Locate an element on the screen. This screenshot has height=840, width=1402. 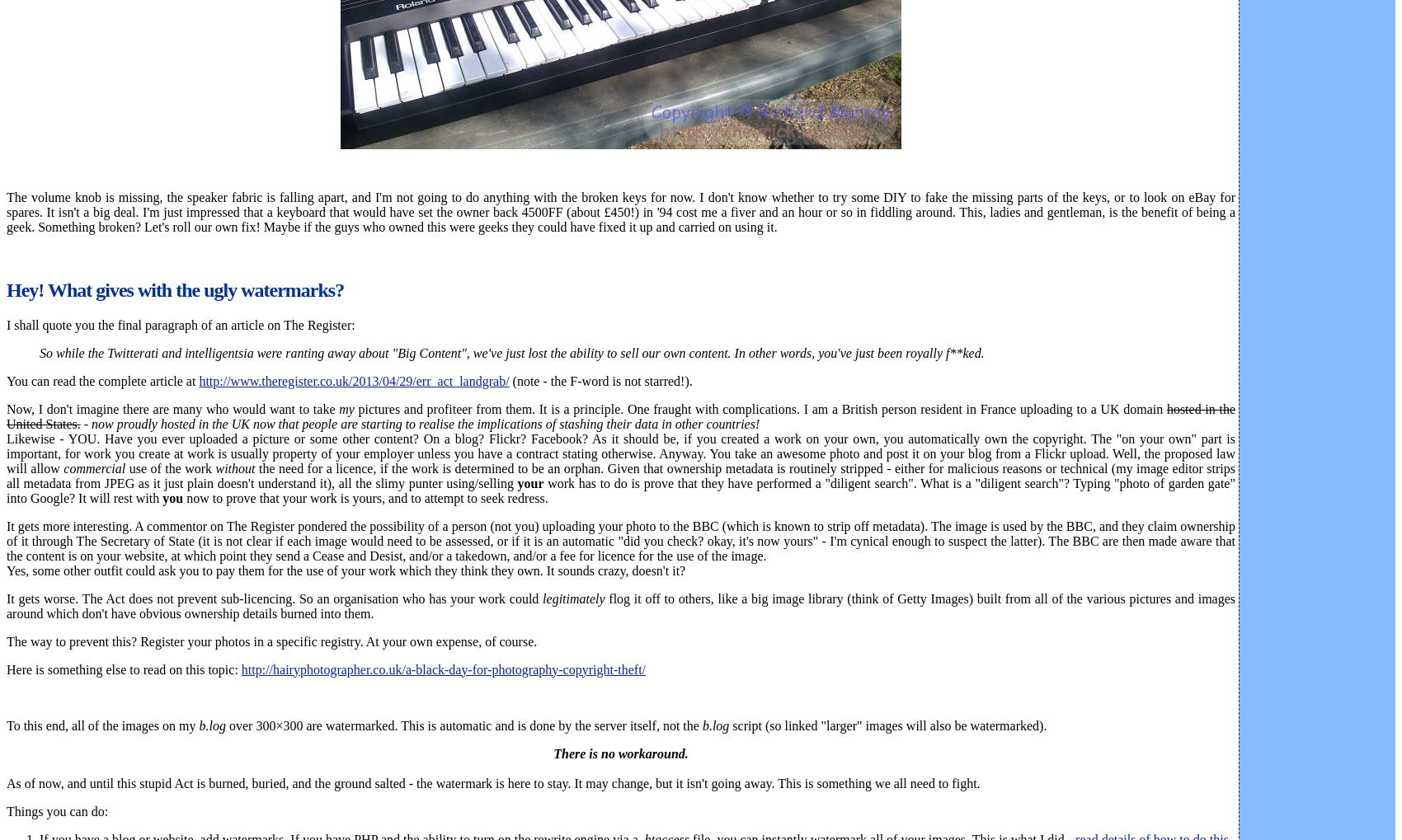
'flog it off to others, like a big image library (think of Getty Images) built from all of the various pictures and images around which don't have obvious ownership details burned into them.' is located at coordinates (6, 605).